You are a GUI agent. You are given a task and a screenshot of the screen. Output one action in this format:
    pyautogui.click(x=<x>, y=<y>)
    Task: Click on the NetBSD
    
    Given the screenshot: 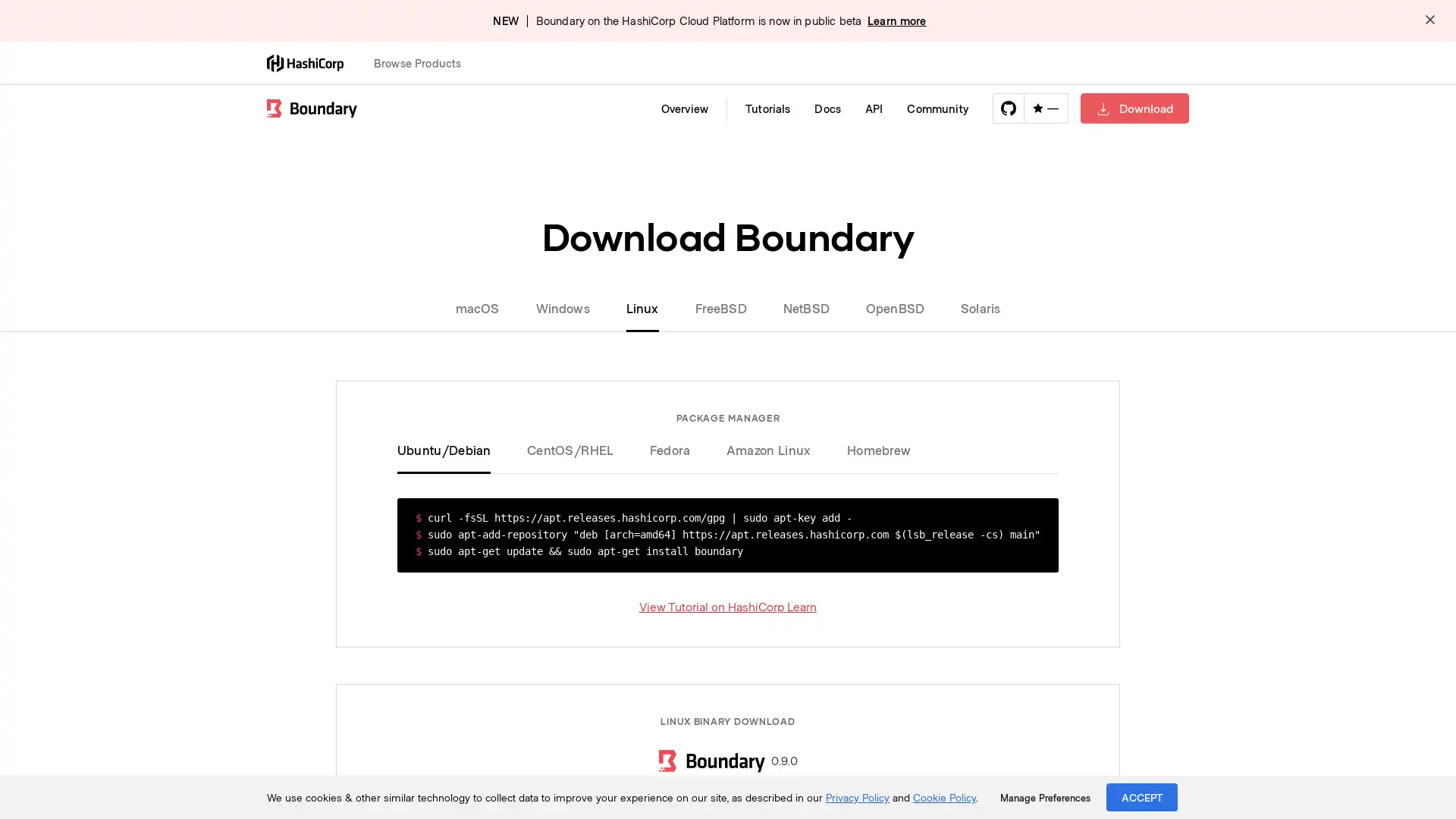 What is the action you would take?
    pyautogui.click(x=805, y=307)
    